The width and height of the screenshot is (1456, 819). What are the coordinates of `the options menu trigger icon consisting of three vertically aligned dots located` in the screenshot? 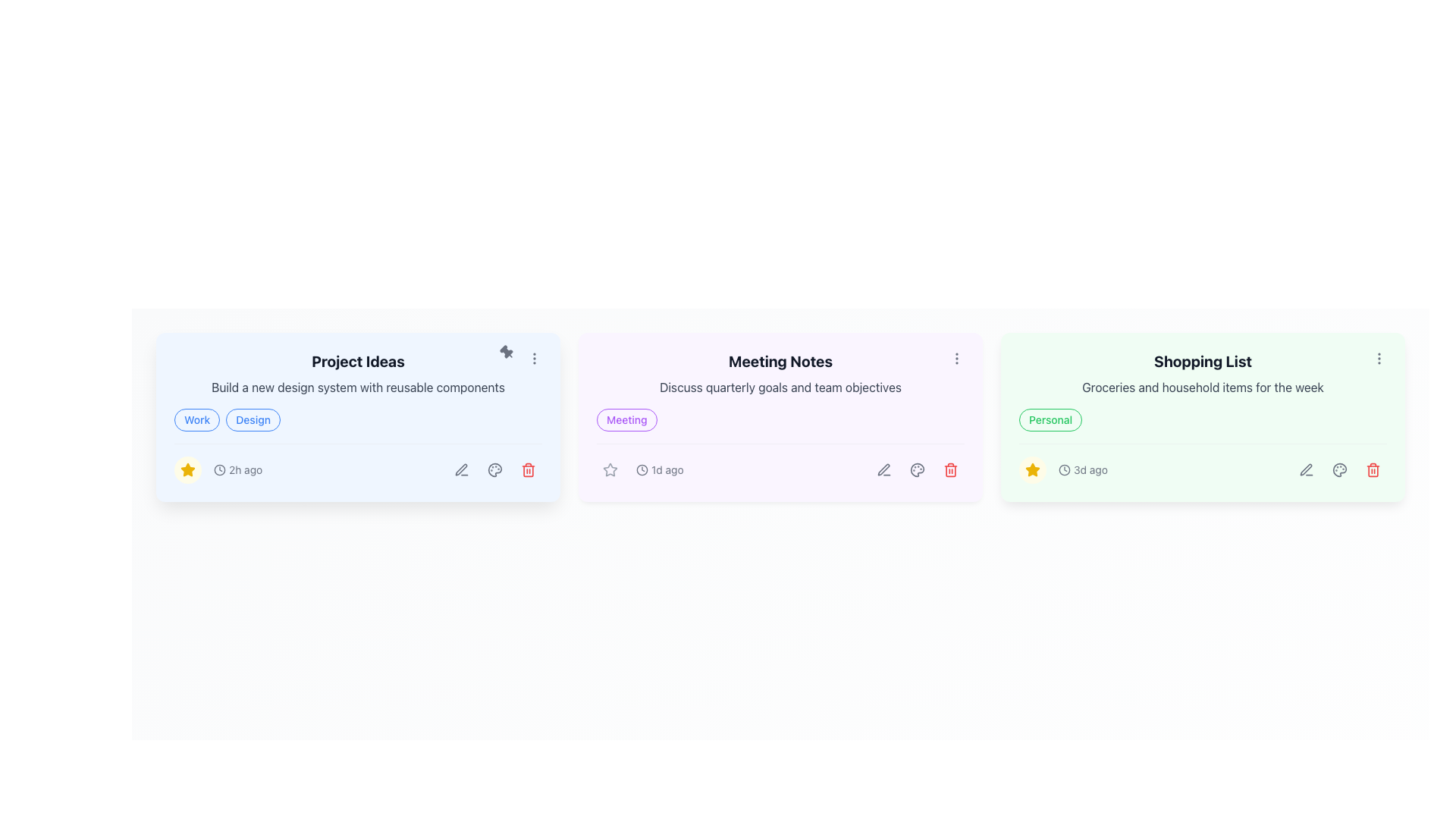 It's located at (535, 359).